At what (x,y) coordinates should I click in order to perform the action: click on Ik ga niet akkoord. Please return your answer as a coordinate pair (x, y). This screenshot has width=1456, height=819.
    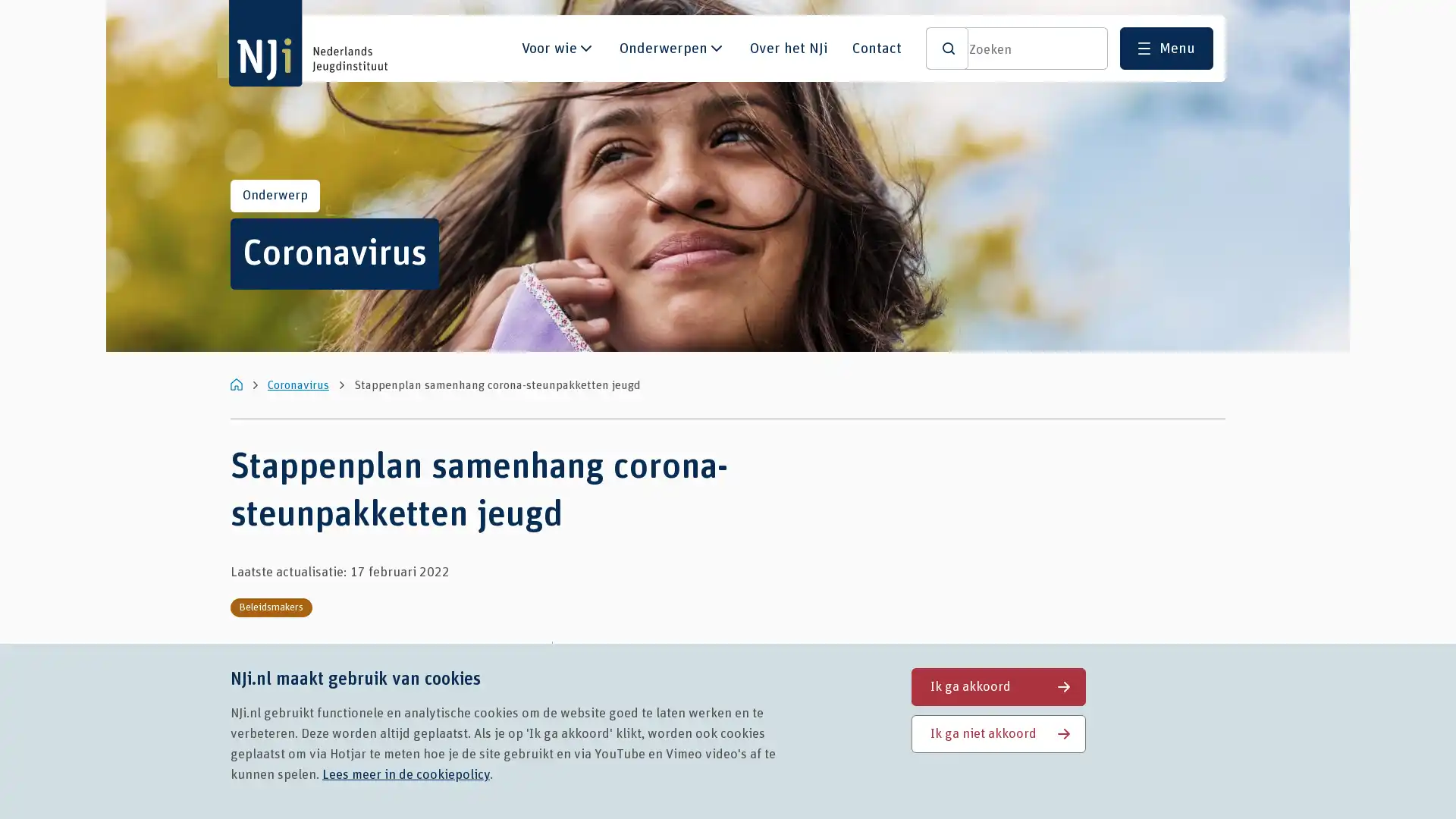
    Looking at the image, I should click on (998, 733).